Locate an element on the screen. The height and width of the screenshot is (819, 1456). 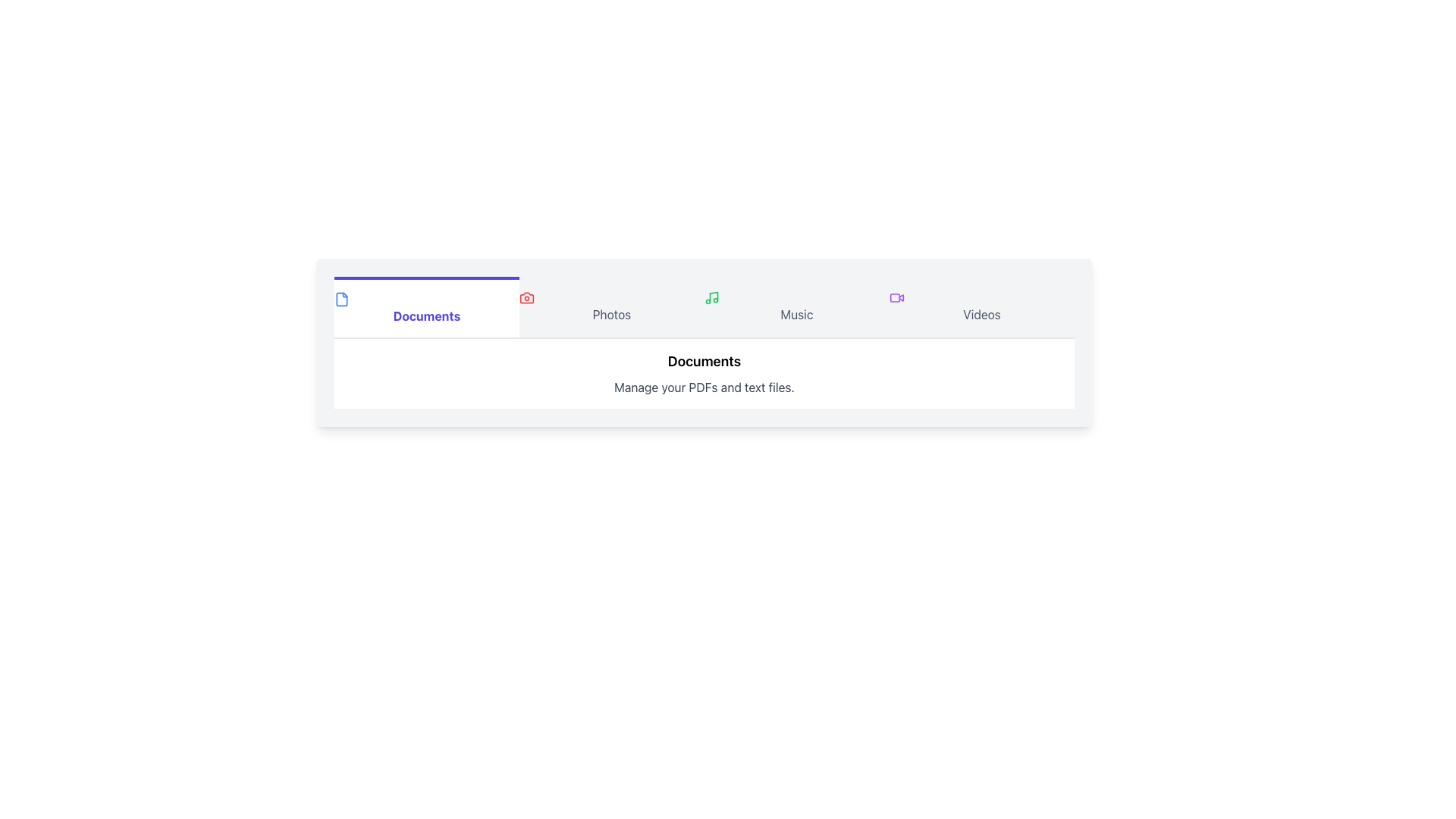
the 'Documents' text label, which is styled in bold indigo text and centrally aligned within a white background, for navigation is located at coordinates (425, 315).